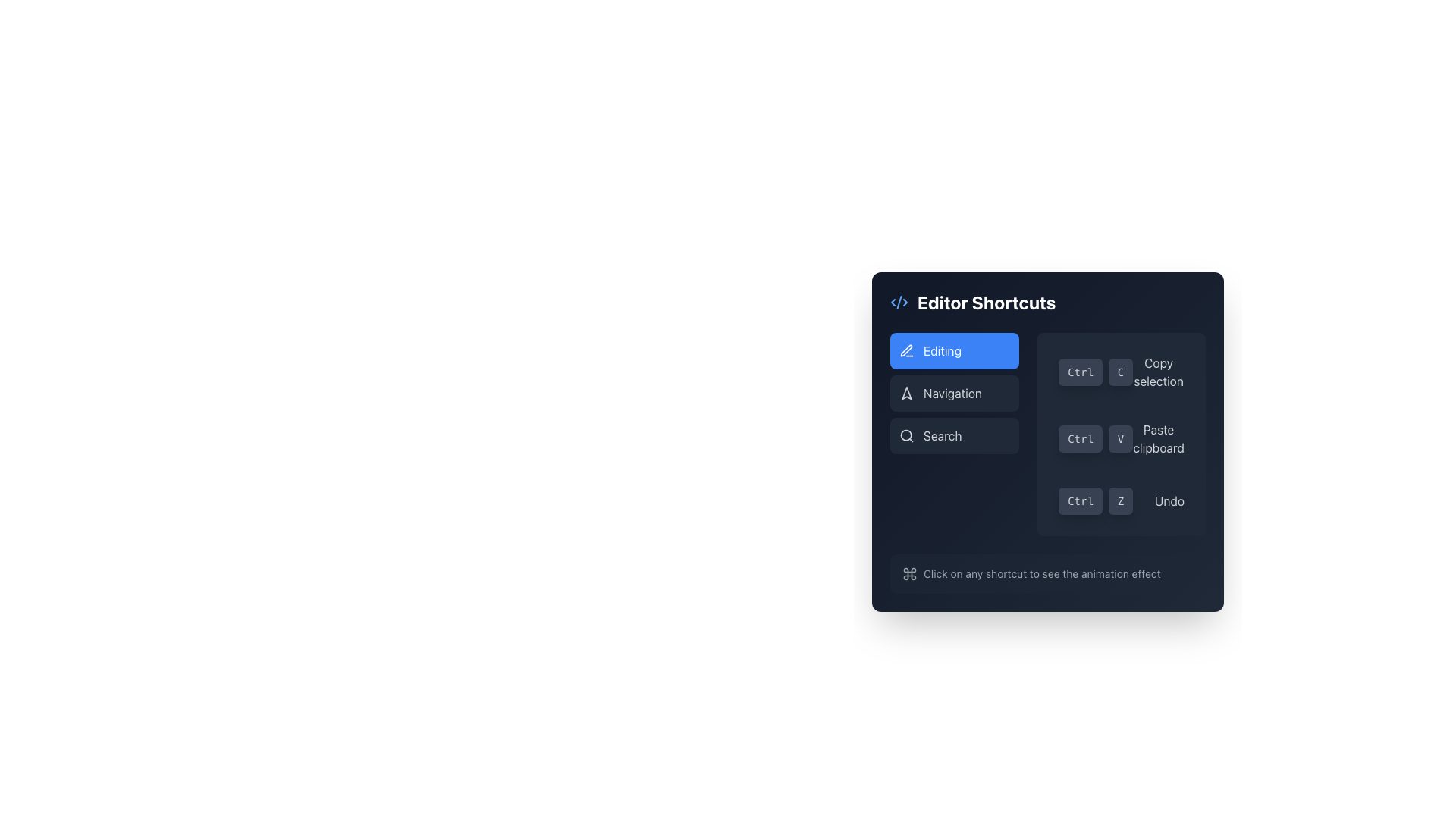 The image size is (1456, 819). Describe the element at coordinates (954, 393) in the screenshot. I see `the 'Navigation' button, which is the second button in a vertical stack of three buttons, to potentially see a visual effect` at that location.